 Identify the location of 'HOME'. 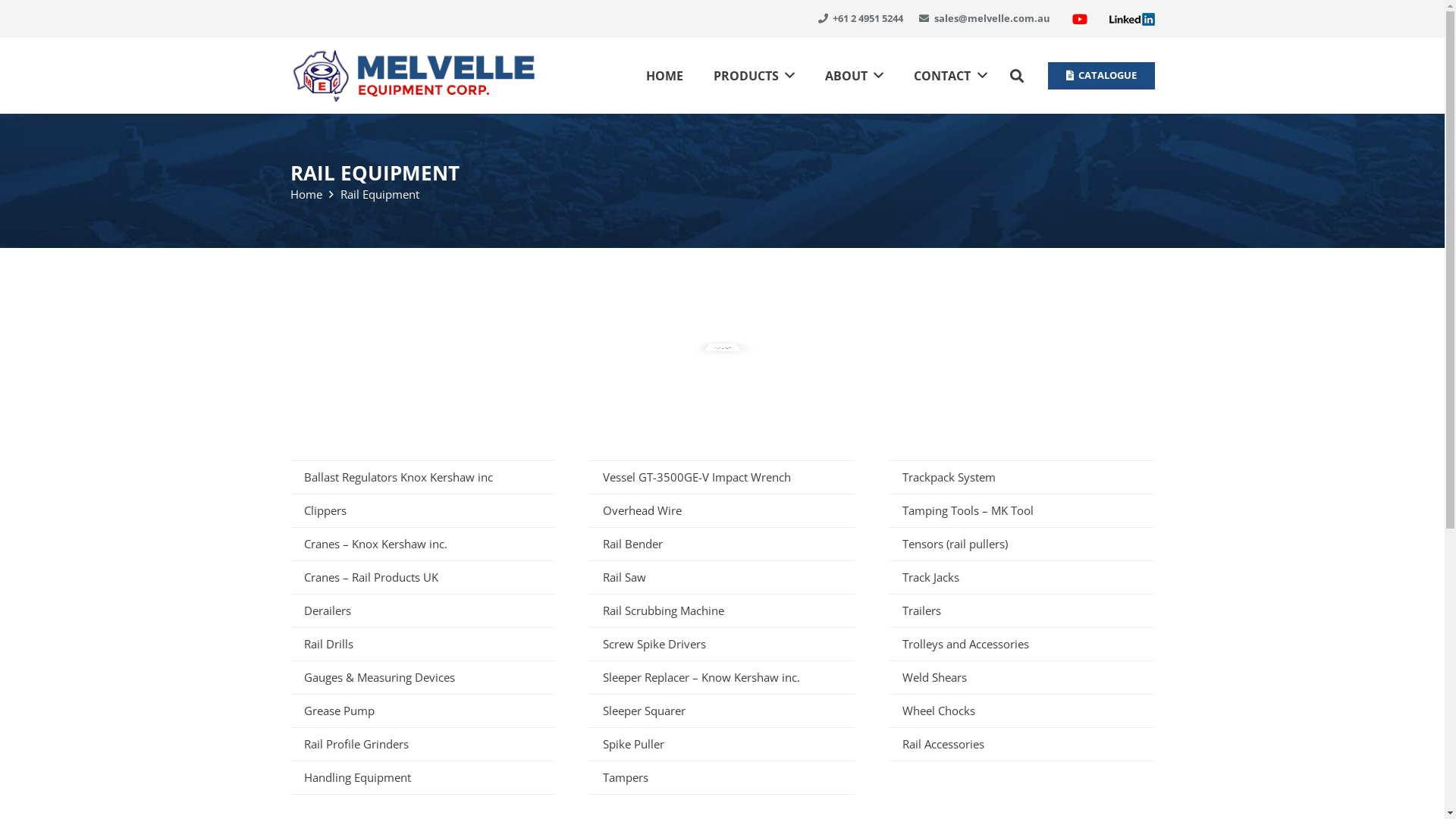
(630, 76).